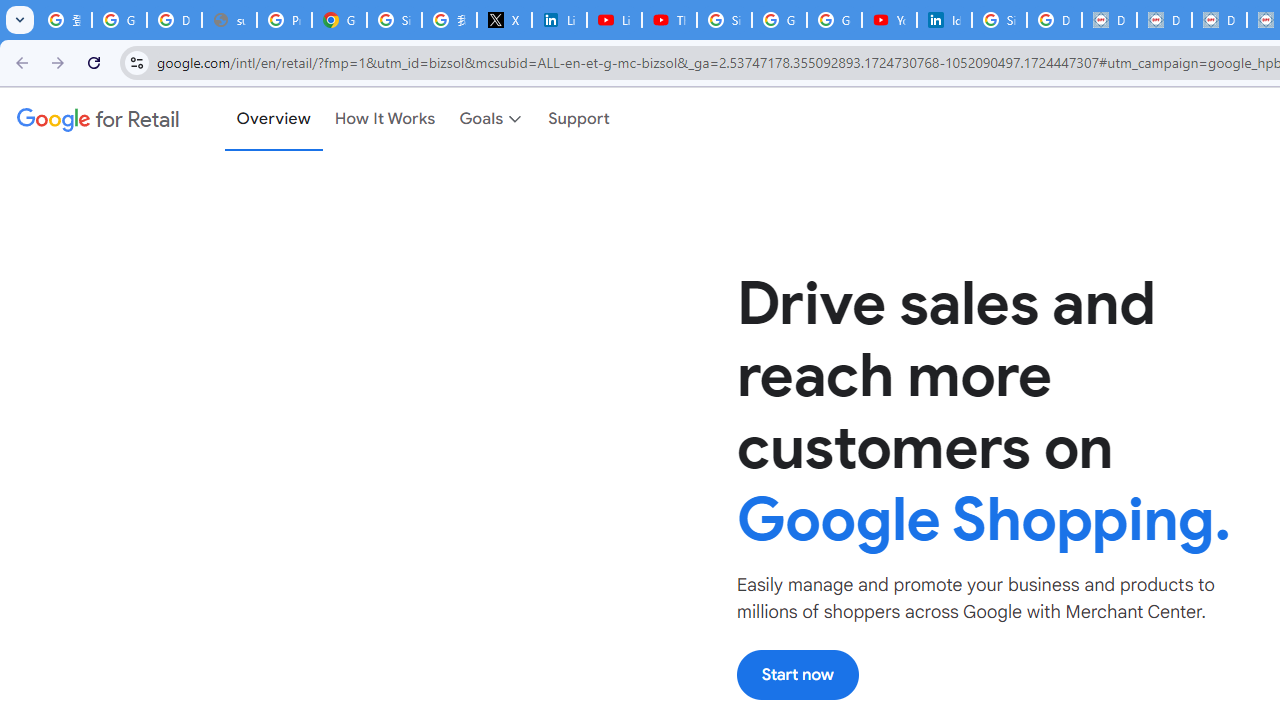 This screenshot has width=1280, height=720. What do you see at coordinates (492, 119) in the screenshot?
I see `'Goals'` at bounding box center [492, 119].